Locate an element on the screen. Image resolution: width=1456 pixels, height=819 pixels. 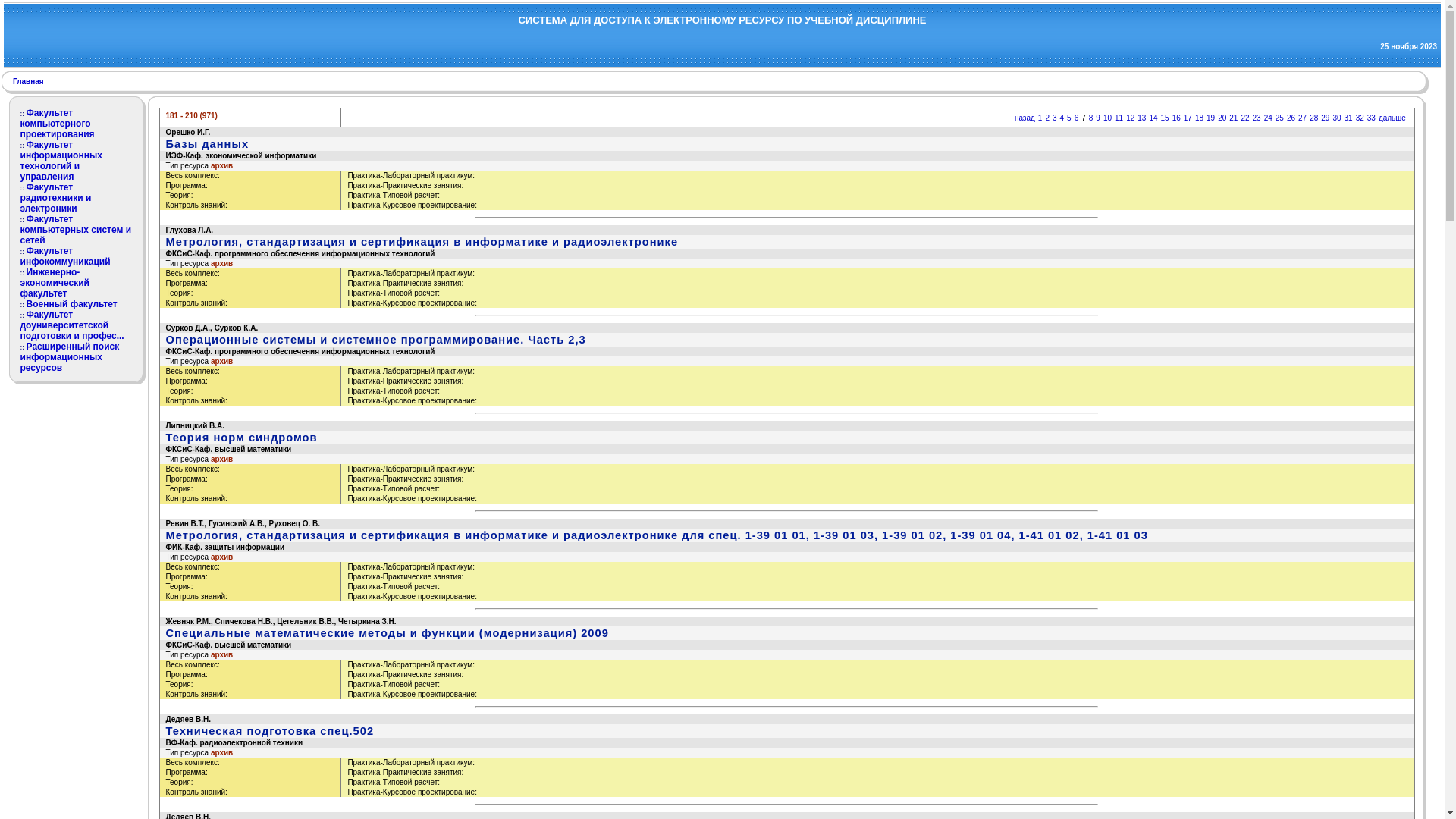
'23' is located at coordinates (1257, 117).